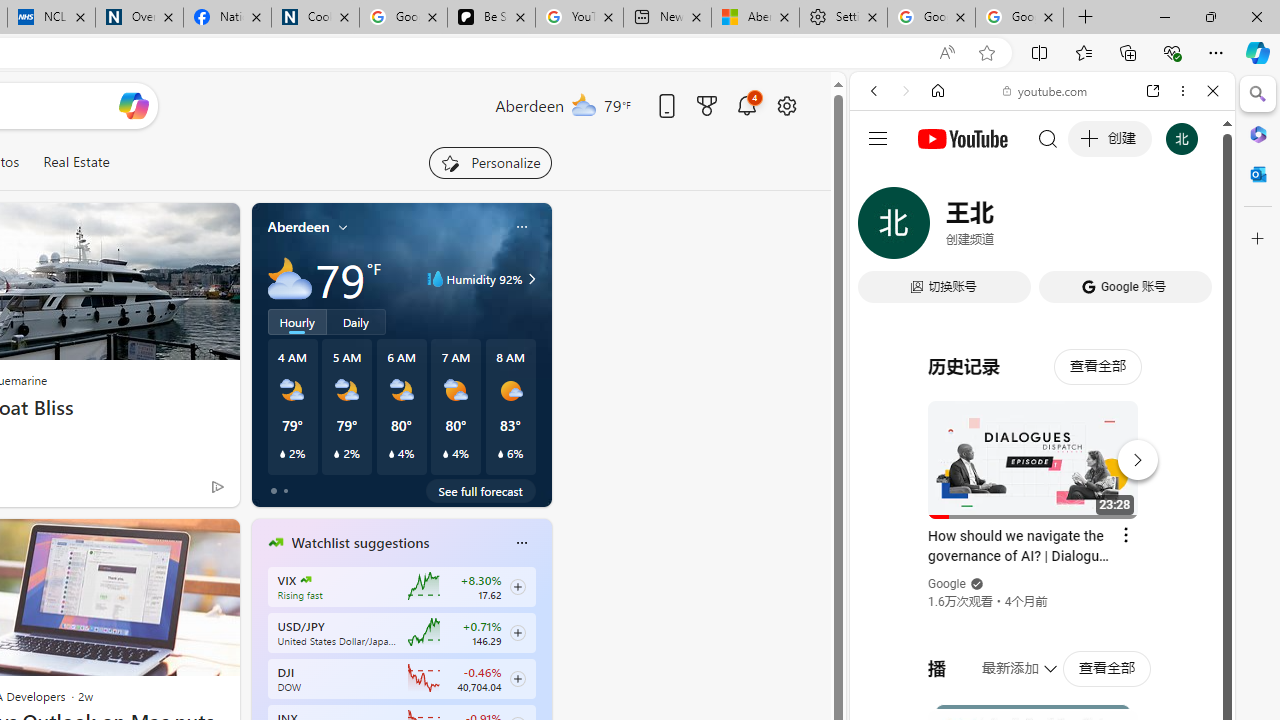 The width and height of the screenshot is (1280, 720). What do you see at coordinates (132, 105) in the screenshot?
I see `'Open Copilot'` at bounding box center [132, 105].